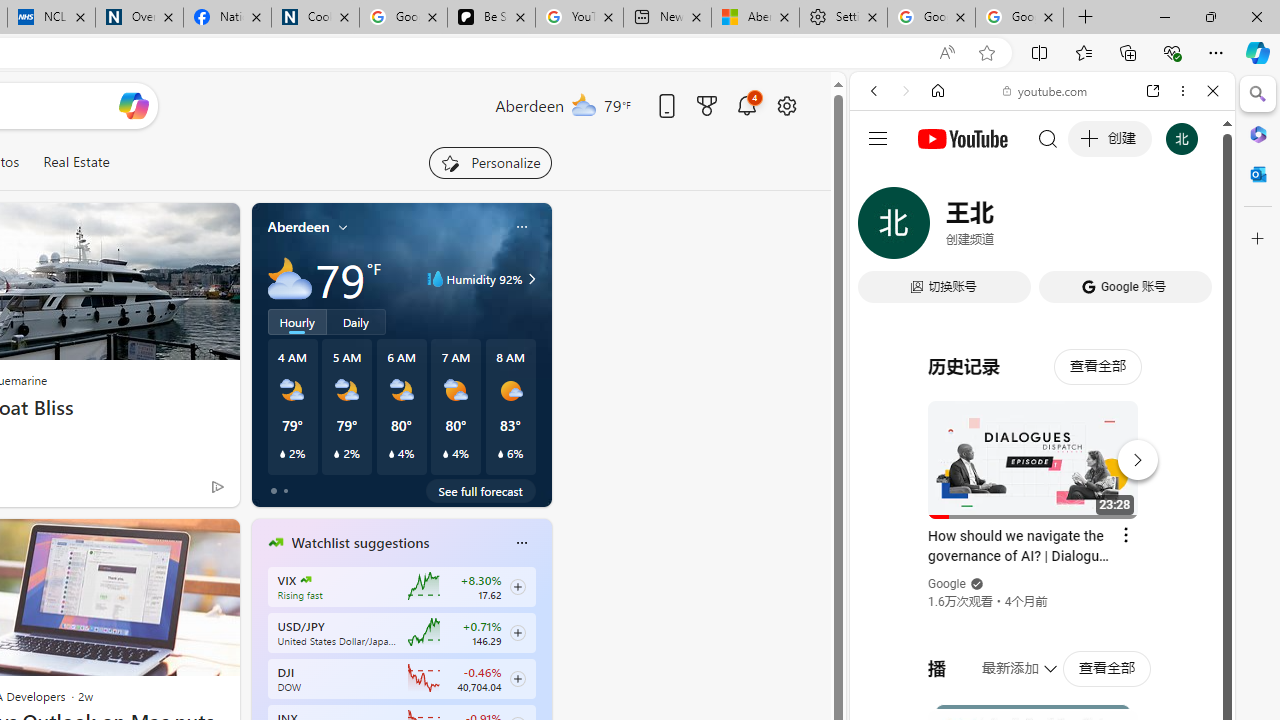 The width and height of the screenshot is (1280, 720). What do you see at coordinates (132, 105) in the screenshot?
I see `'Open Copilot'` at bounding box center [132, 105].